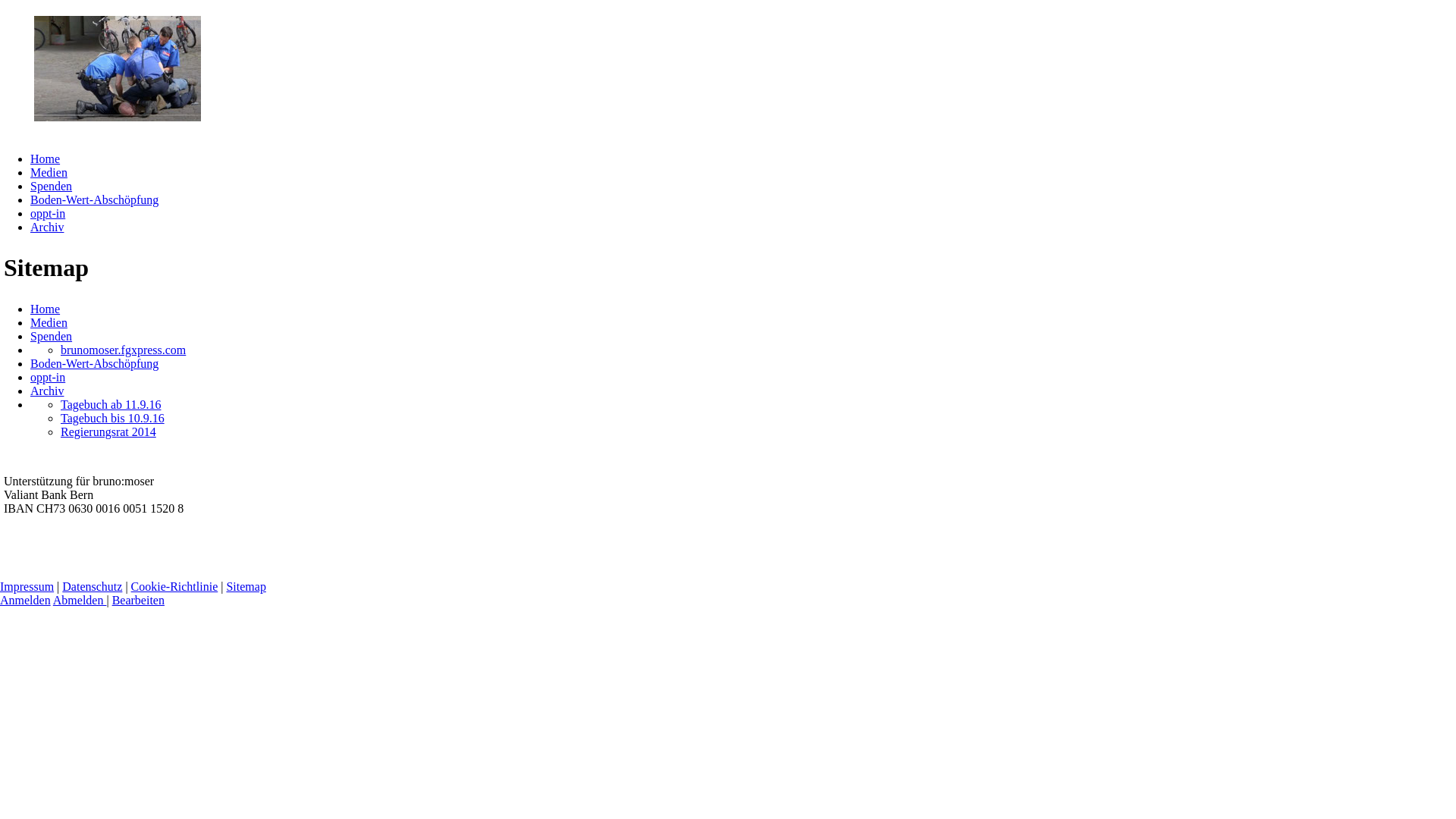 This screenshot has height=819, width=1456. Describe the element at coordinates (111, 418) in the screenshot. I see `'Tagebuch bis 10.9.16'` at that location.